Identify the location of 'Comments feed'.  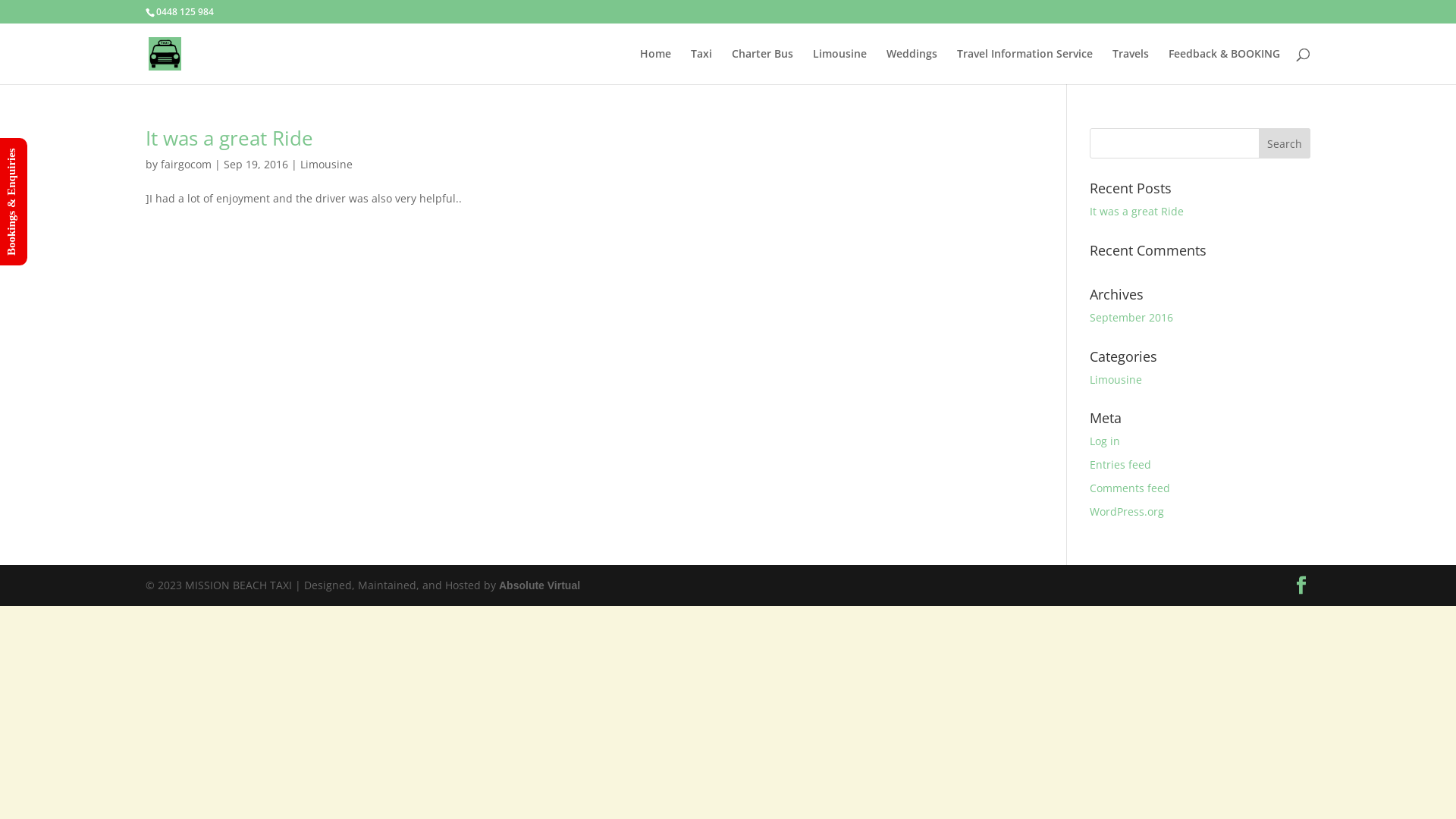
(1129, 488).